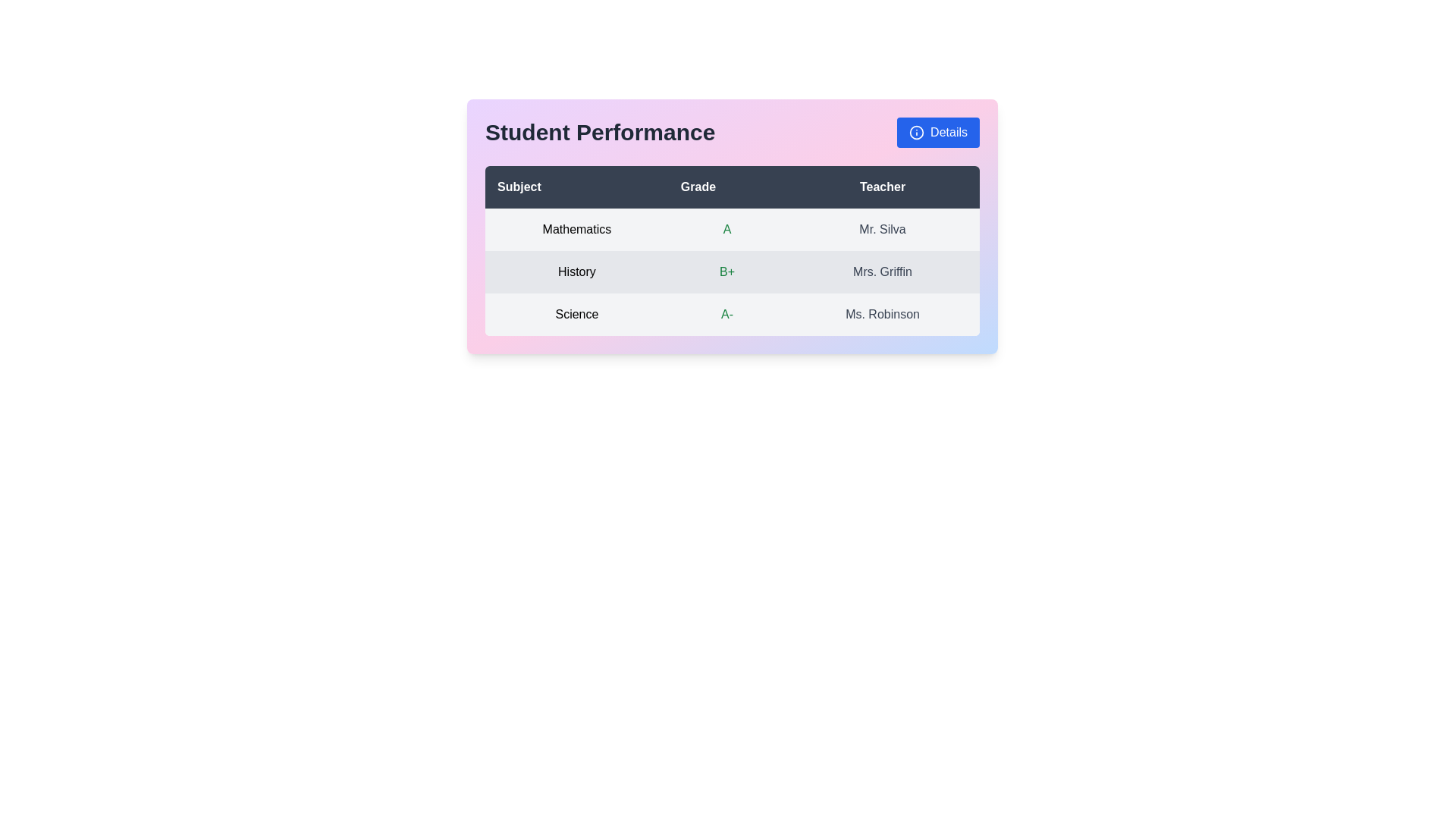 Image resolution: width=1456 pixels, height=819 pixels. What do you see at coordinates (576, 314) in the screenshot?
I see `the text label indicating the subject name in the student performance table, located in the third row under the 'Subject' column` at bounding box center [576, 314].